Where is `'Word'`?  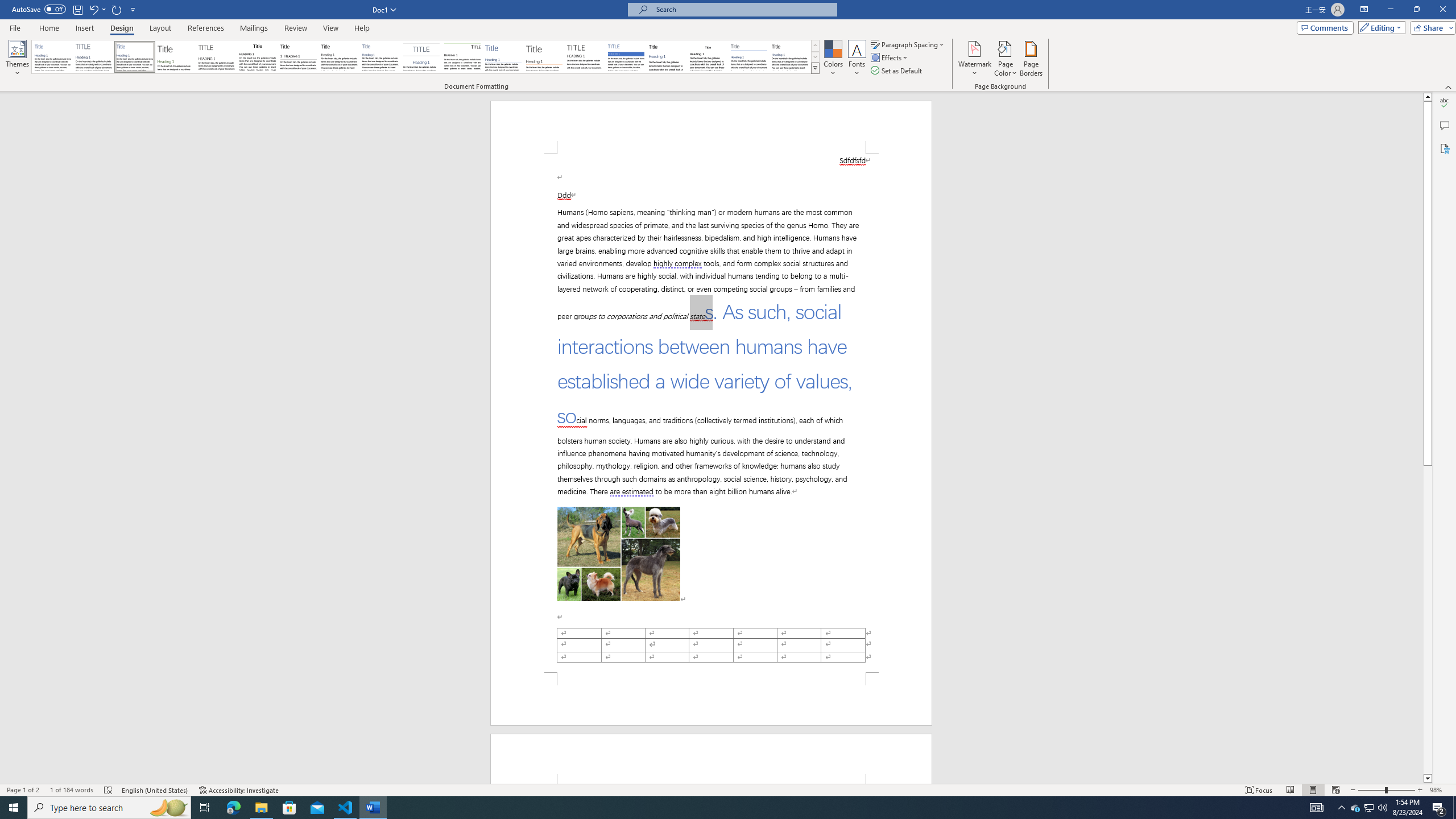 'Word' is located at coordinates (666, 56).